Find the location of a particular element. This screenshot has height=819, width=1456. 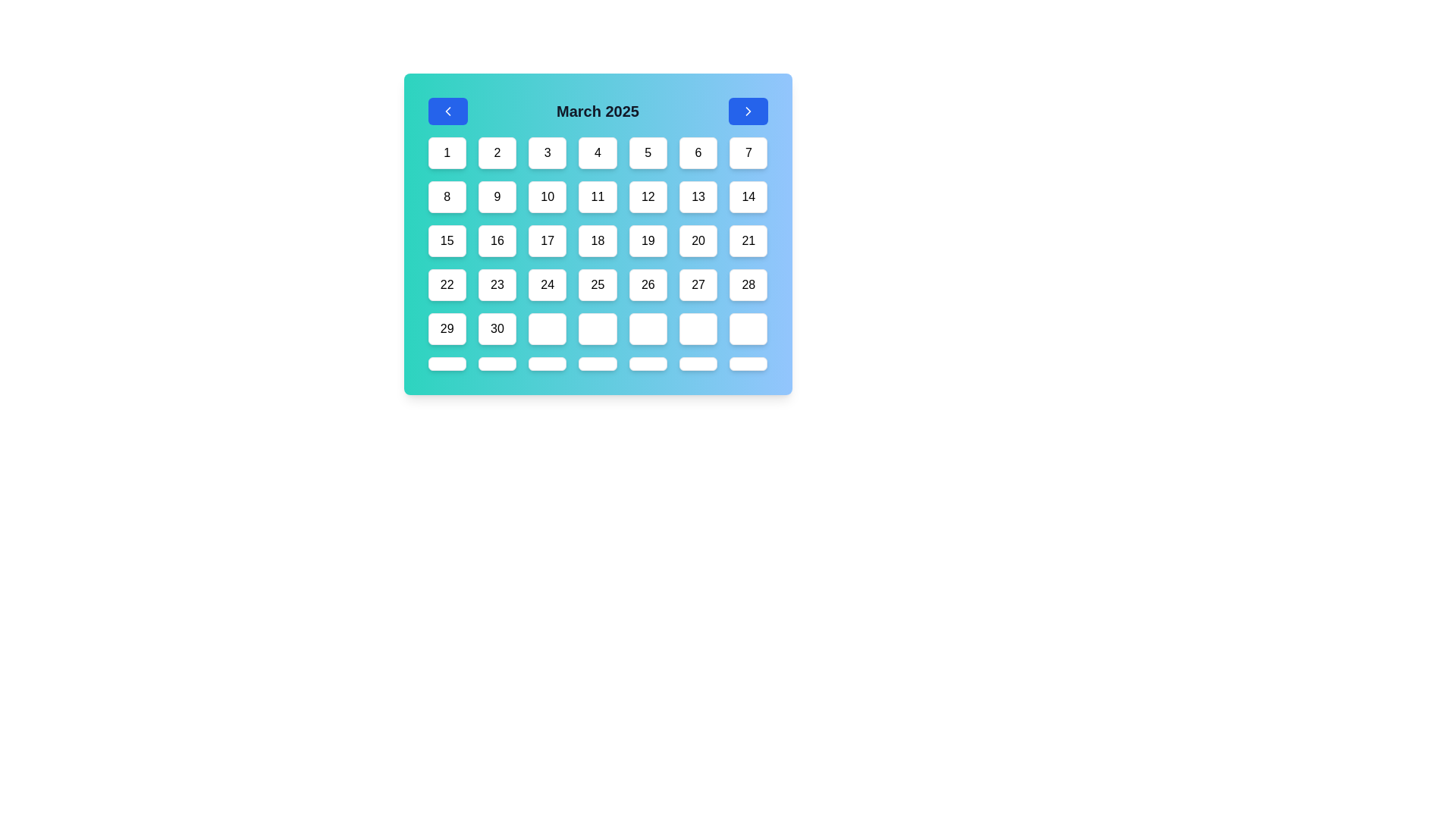

the fourth button in the last row of the calendar grid, which has a white background and a gray border is located at coordinates (597, 328).